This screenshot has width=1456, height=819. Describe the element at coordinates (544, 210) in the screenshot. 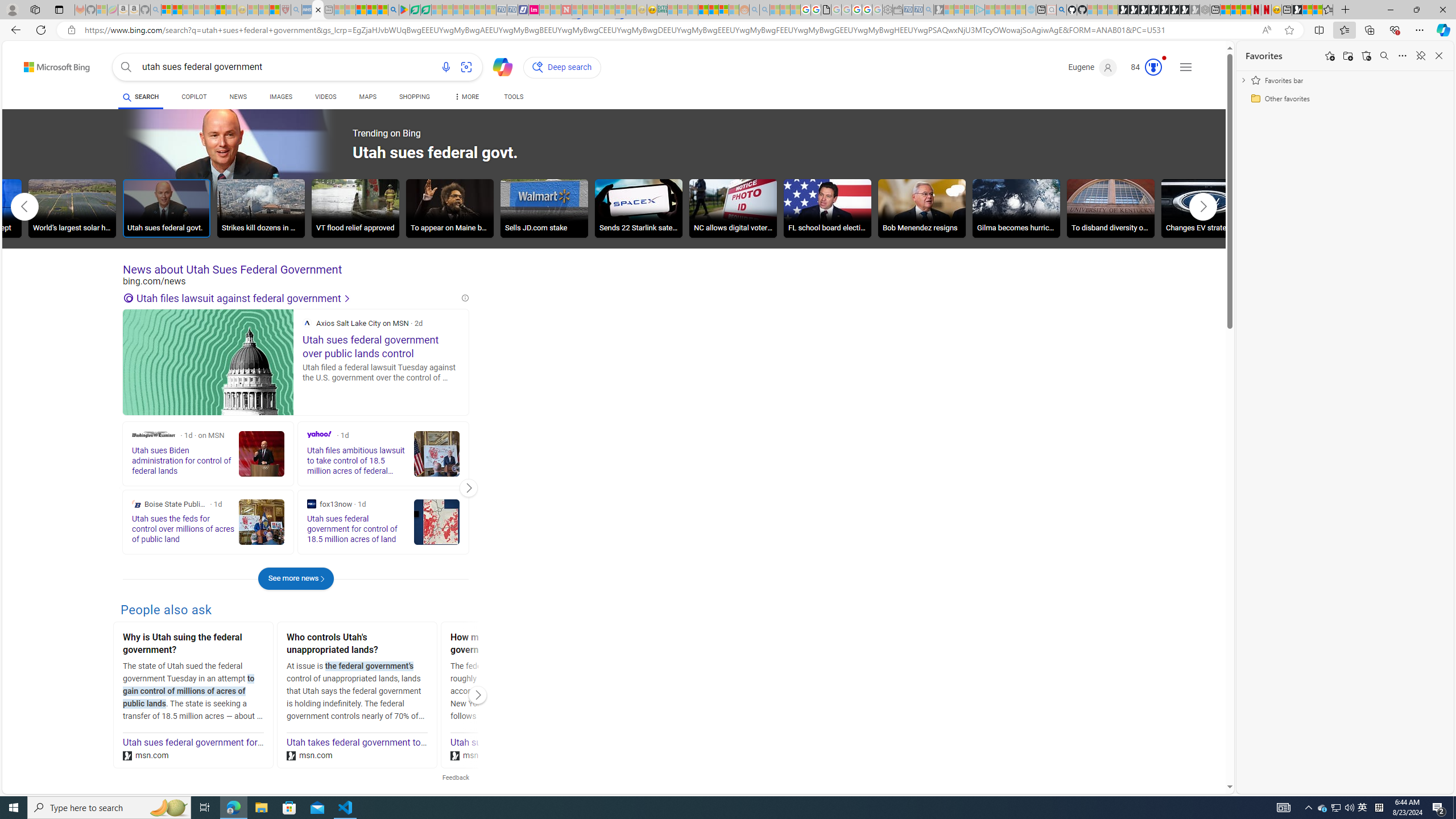

I see `'Sells JD.com stake'` at that location.